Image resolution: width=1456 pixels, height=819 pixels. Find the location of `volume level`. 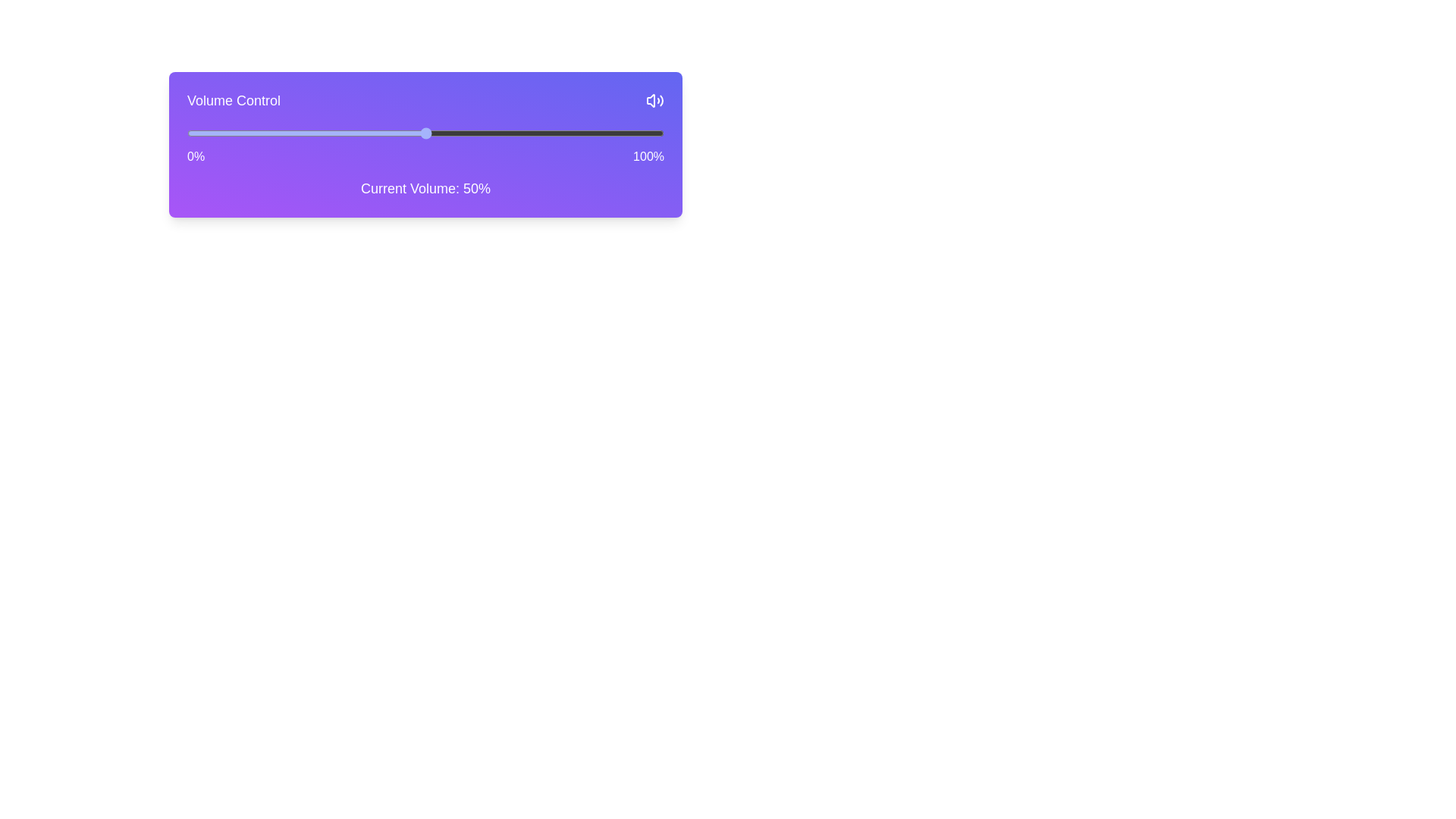

volume level is located at coordinates (186, 133).